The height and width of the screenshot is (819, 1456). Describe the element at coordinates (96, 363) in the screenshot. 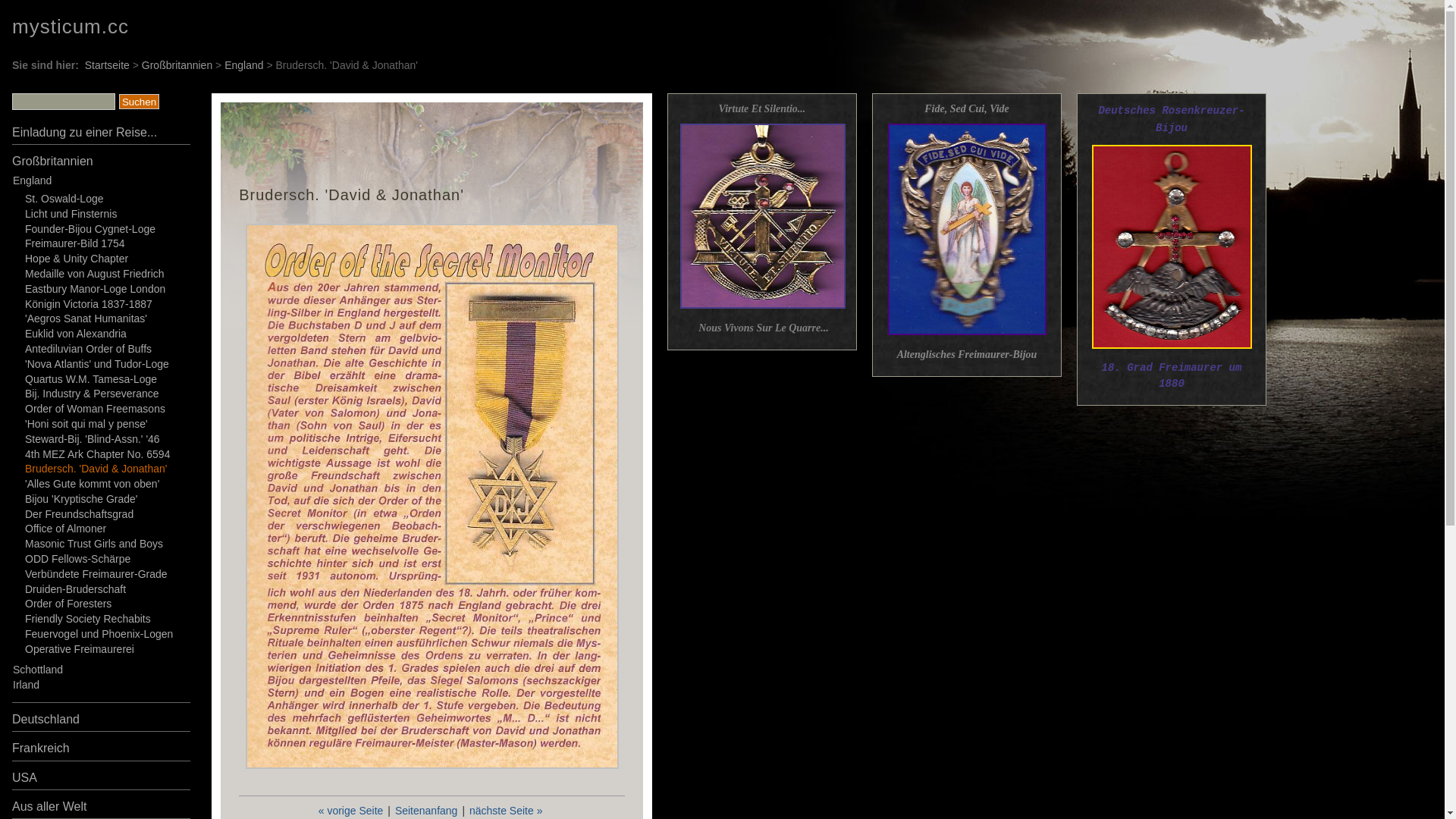

I see `''Nova Atlantis' und Tudor-Loge'` at that location.